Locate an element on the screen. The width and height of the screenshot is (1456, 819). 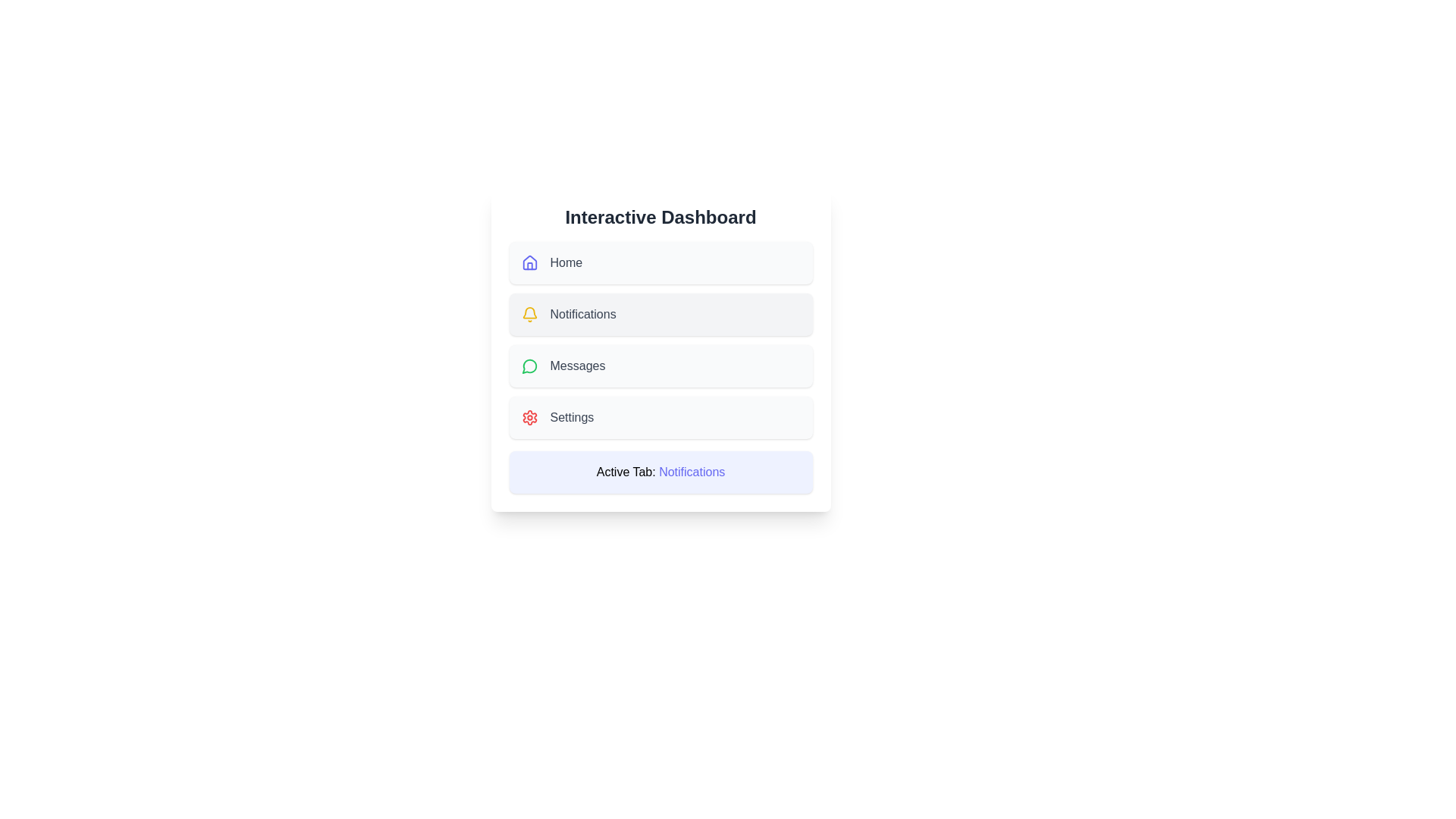
the menu button labeled Notifications is located at coordinates (661, 314).